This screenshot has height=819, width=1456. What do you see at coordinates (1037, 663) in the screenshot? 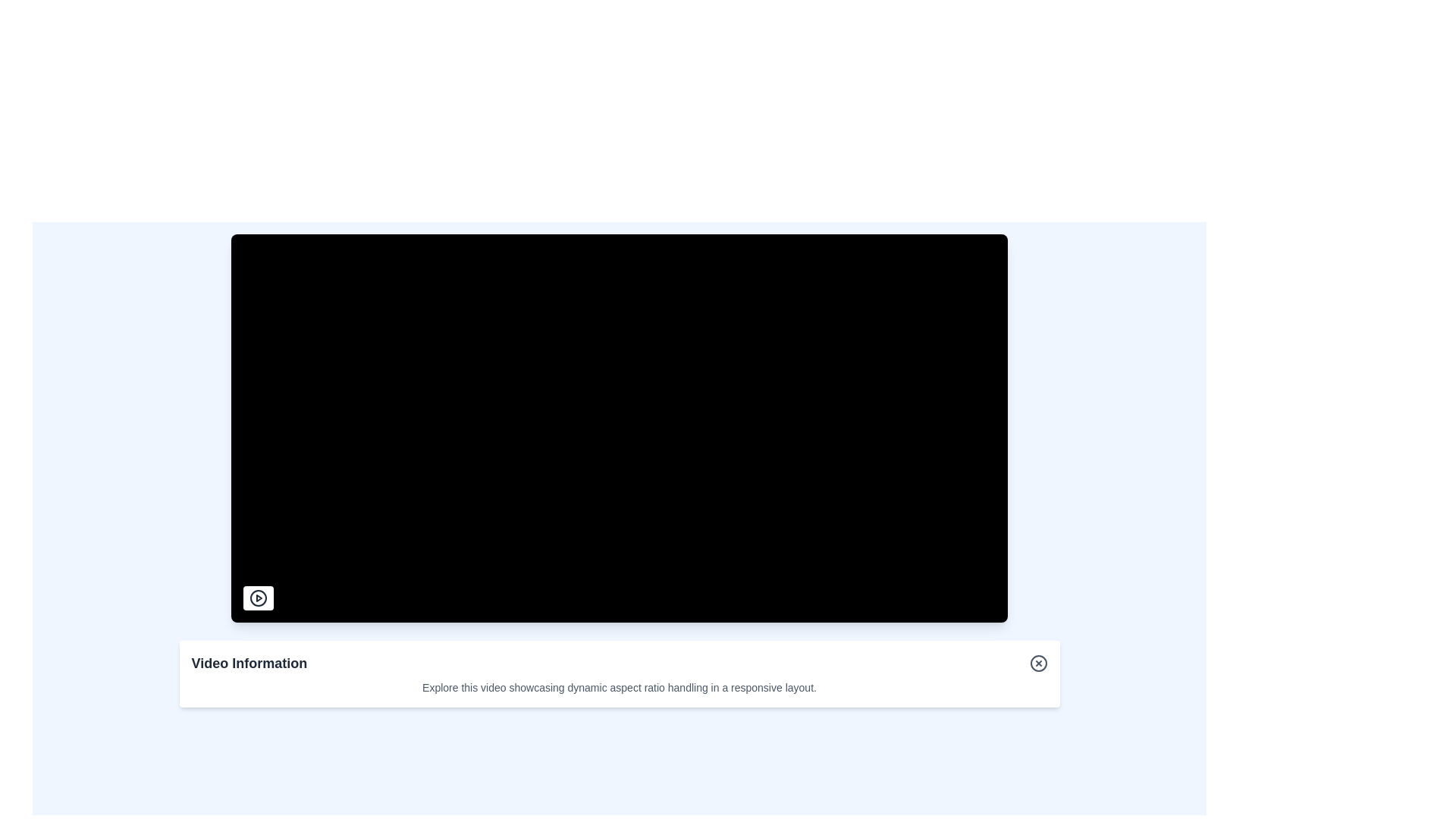
I see `the close button located at the far-right edge of the 'Video Information' section` at bounding box center [1037, 663].